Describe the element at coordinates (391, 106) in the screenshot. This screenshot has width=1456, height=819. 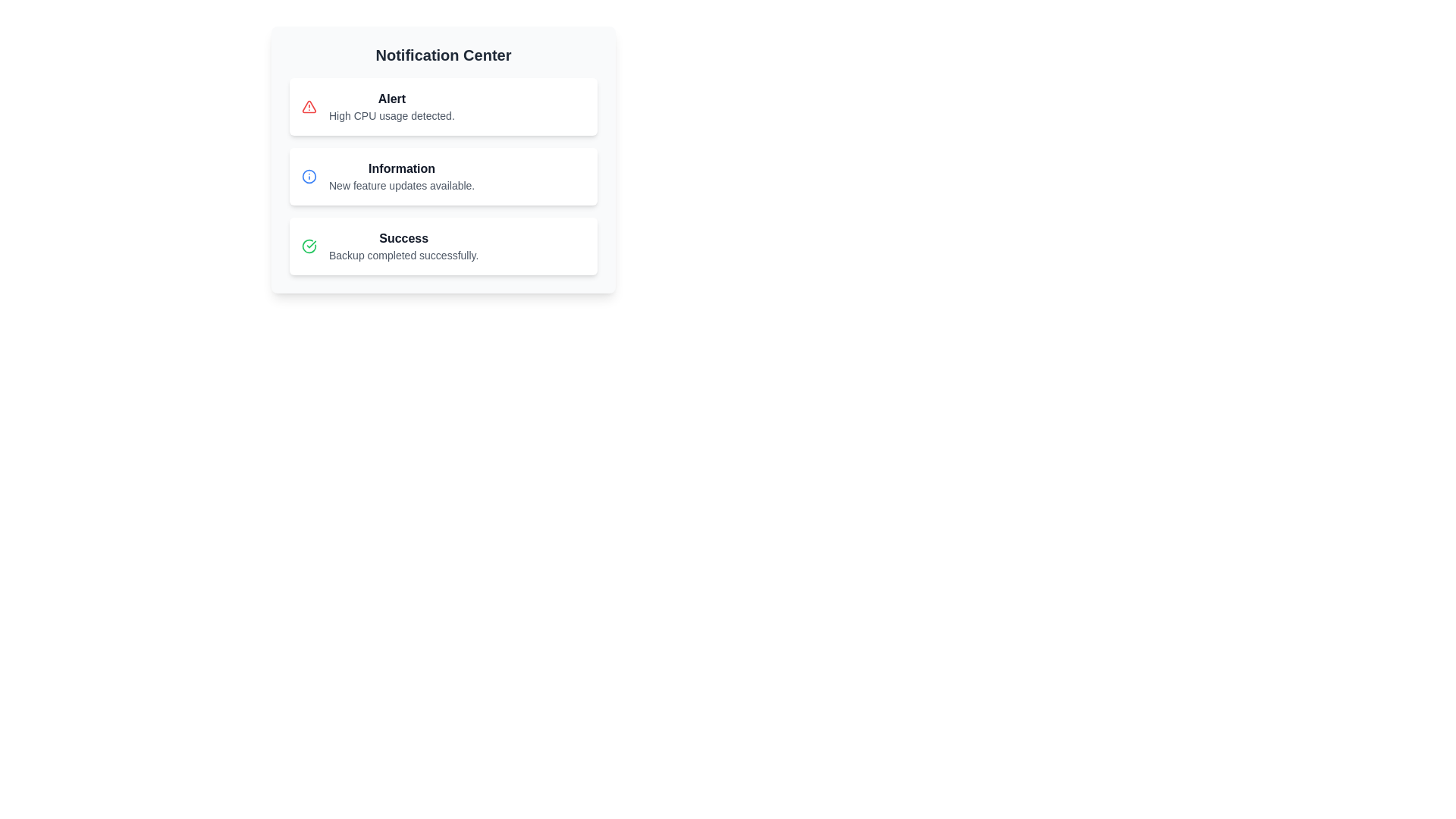
I see `the text display that shows an alert message about 'High CPU usage detected.' located in the Notification Center interface` at that location.